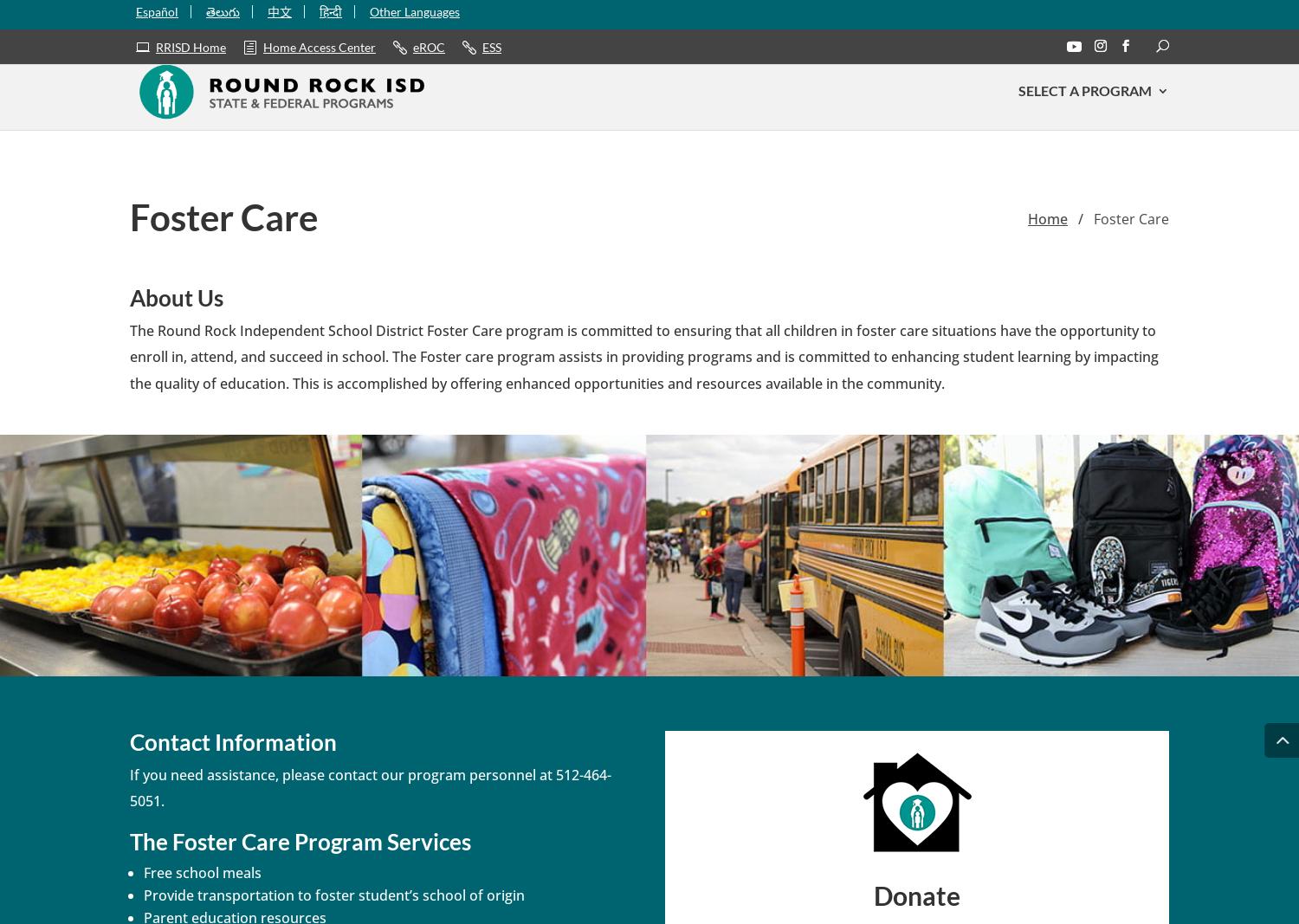  I want to click on 'Español', so click(157, 16).